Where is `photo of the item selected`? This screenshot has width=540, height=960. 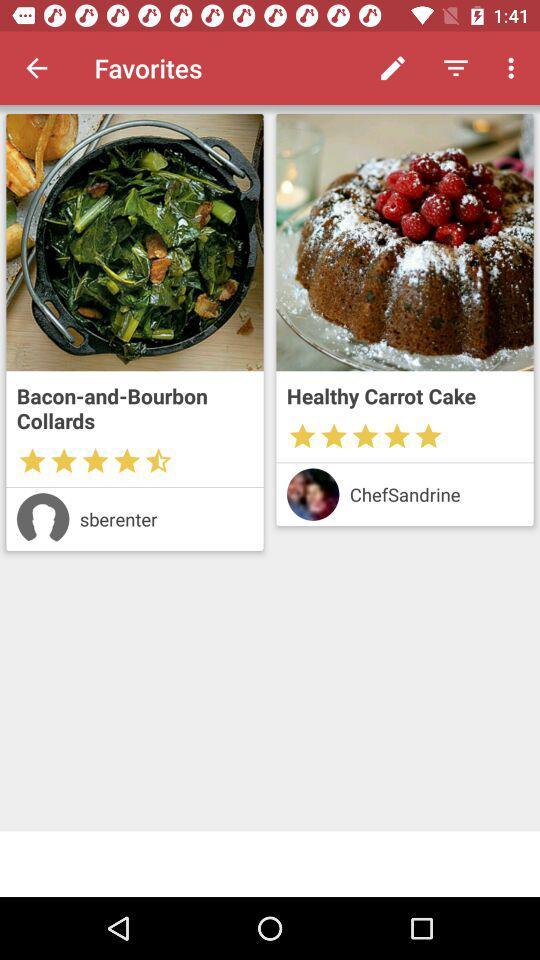
photo of the item selected is located at coordinates (135, 241).